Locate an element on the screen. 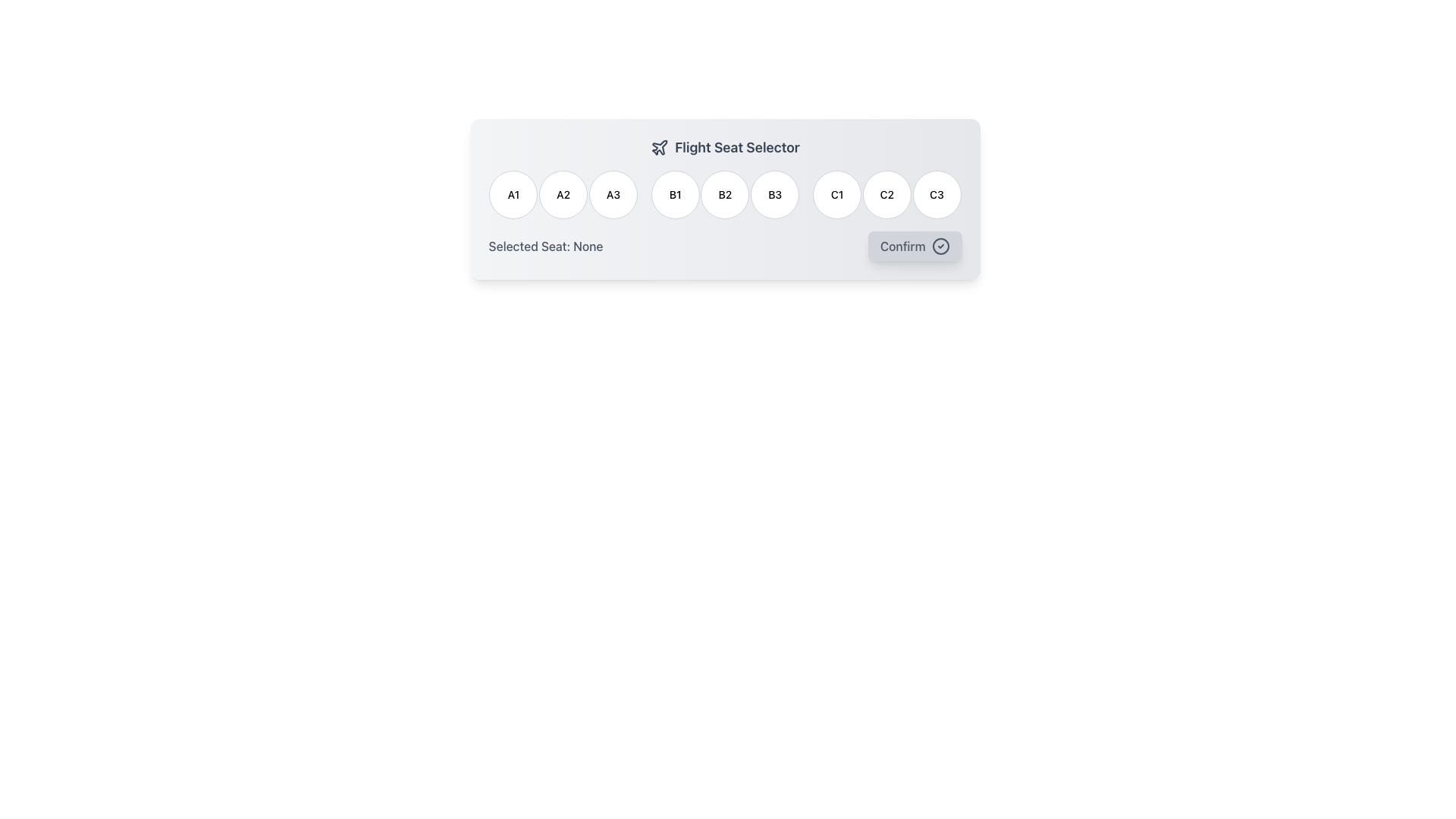  the circular button labeled 'A2' in the flight seat selector grid is located at coordinates (724, 194).